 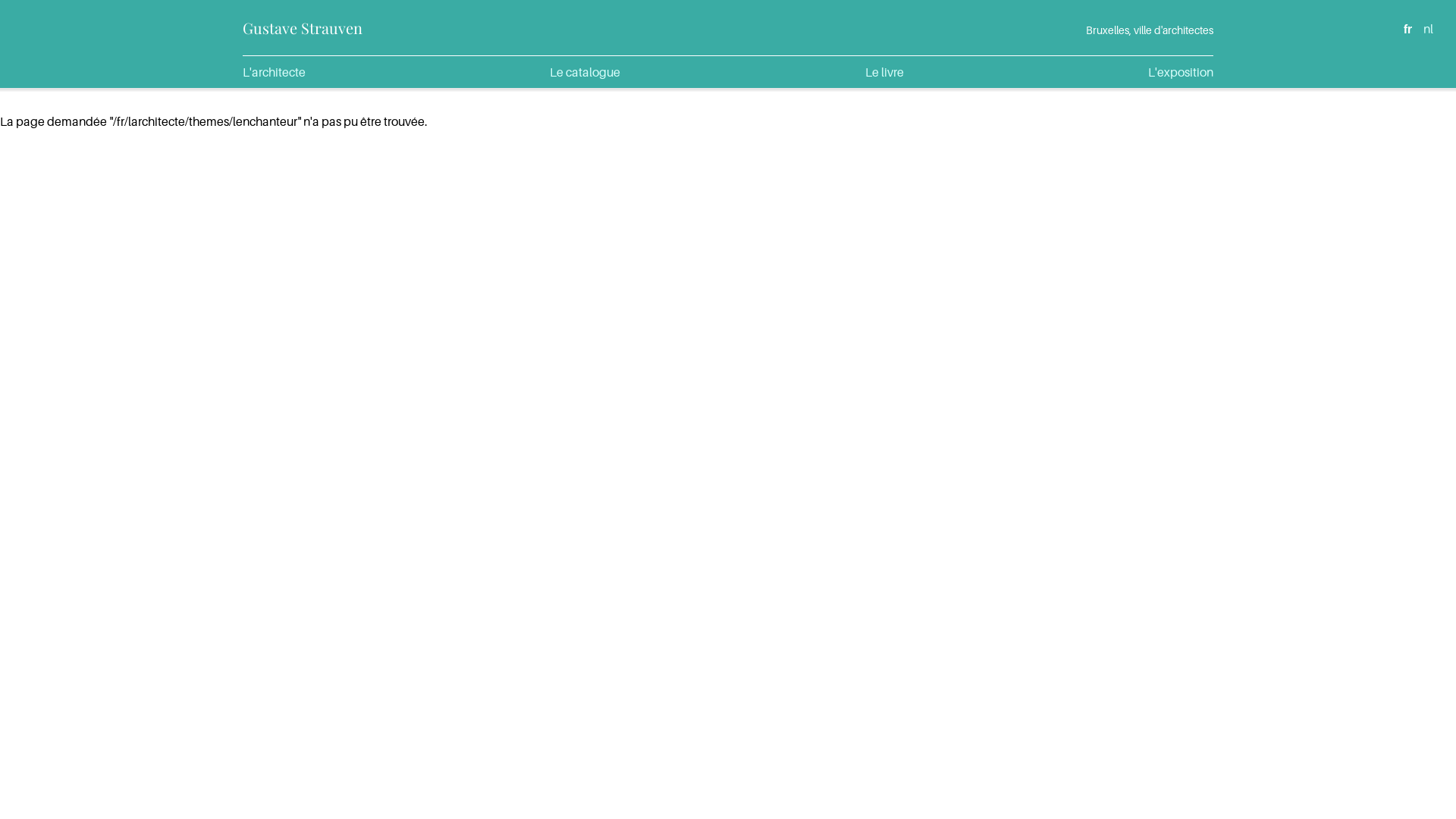 What do you see at coordinates (1150, 30) in the screenshot?
I see `'Bruxelles, ville d'architectes'` at bounding box center [1150, 30].